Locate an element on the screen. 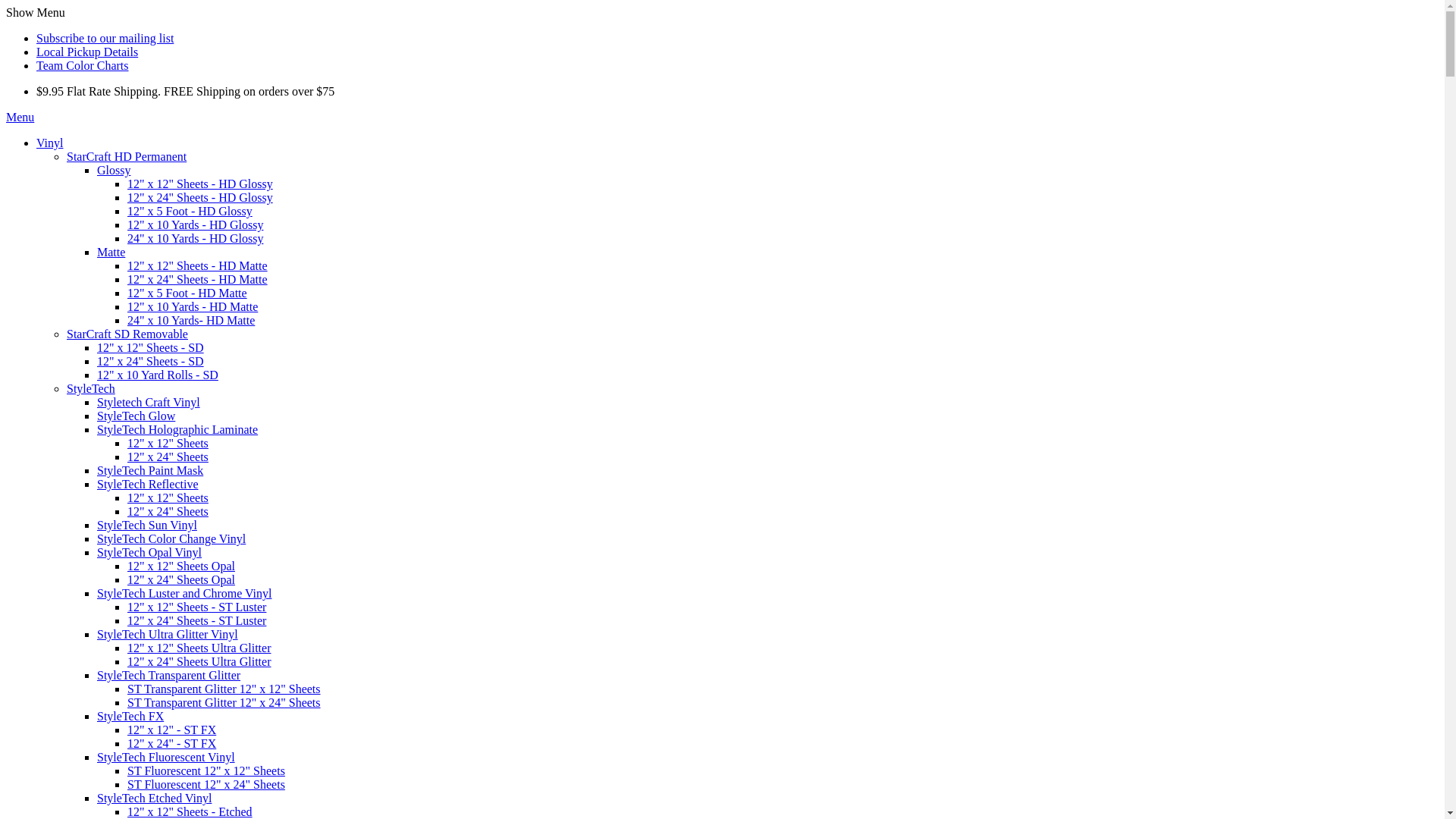 This screenshot has width=1456, height=819. '12" x 12" Sheets - SD' is located at coordinates (150, 347).